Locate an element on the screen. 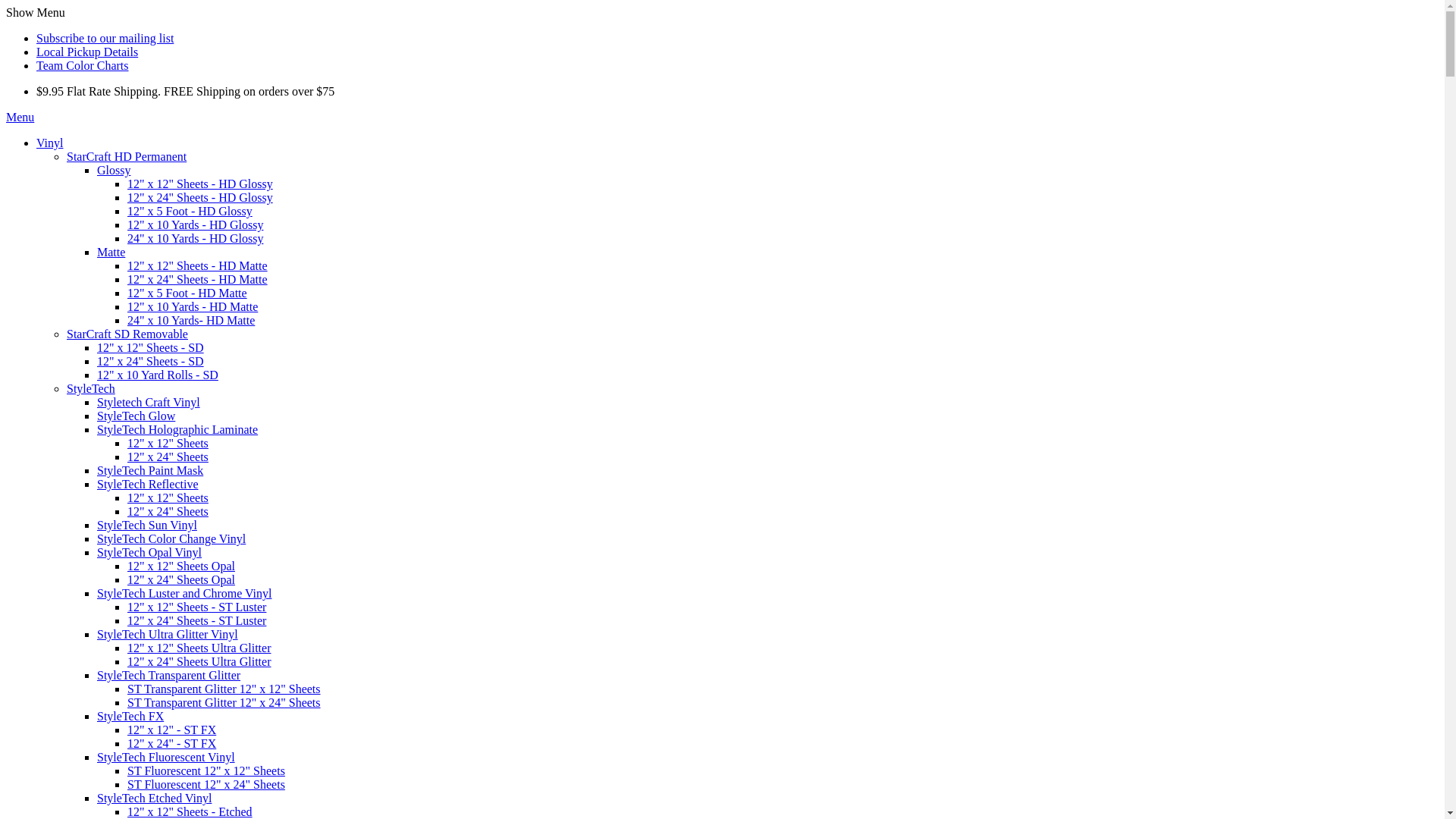 This screenshot has width=1456, height=819. '12" x 12" Sheets - SD' is located at coordinates (150, 347).